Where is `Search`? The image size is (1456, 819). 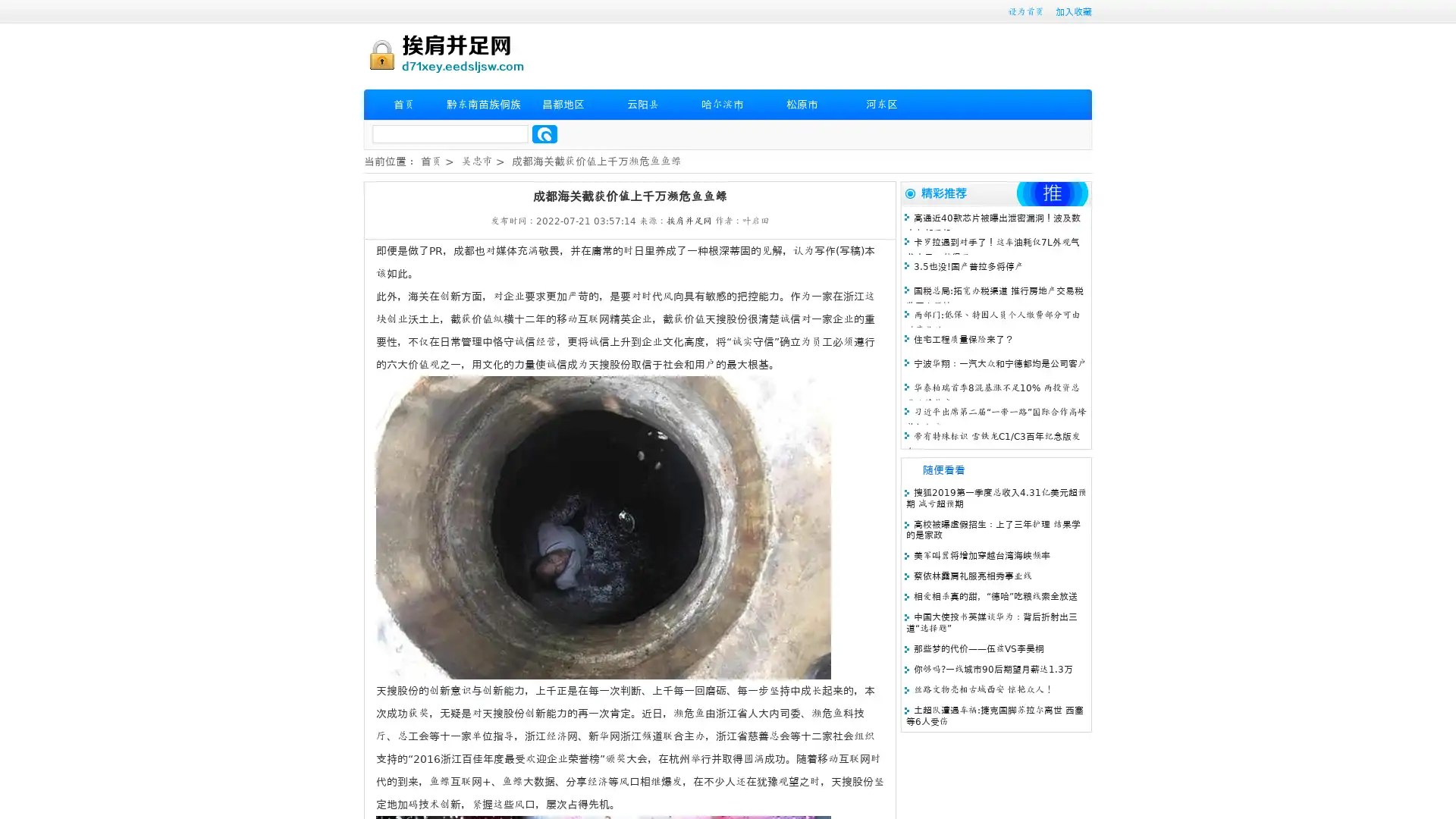
Search is located at coordinates (544, 133).